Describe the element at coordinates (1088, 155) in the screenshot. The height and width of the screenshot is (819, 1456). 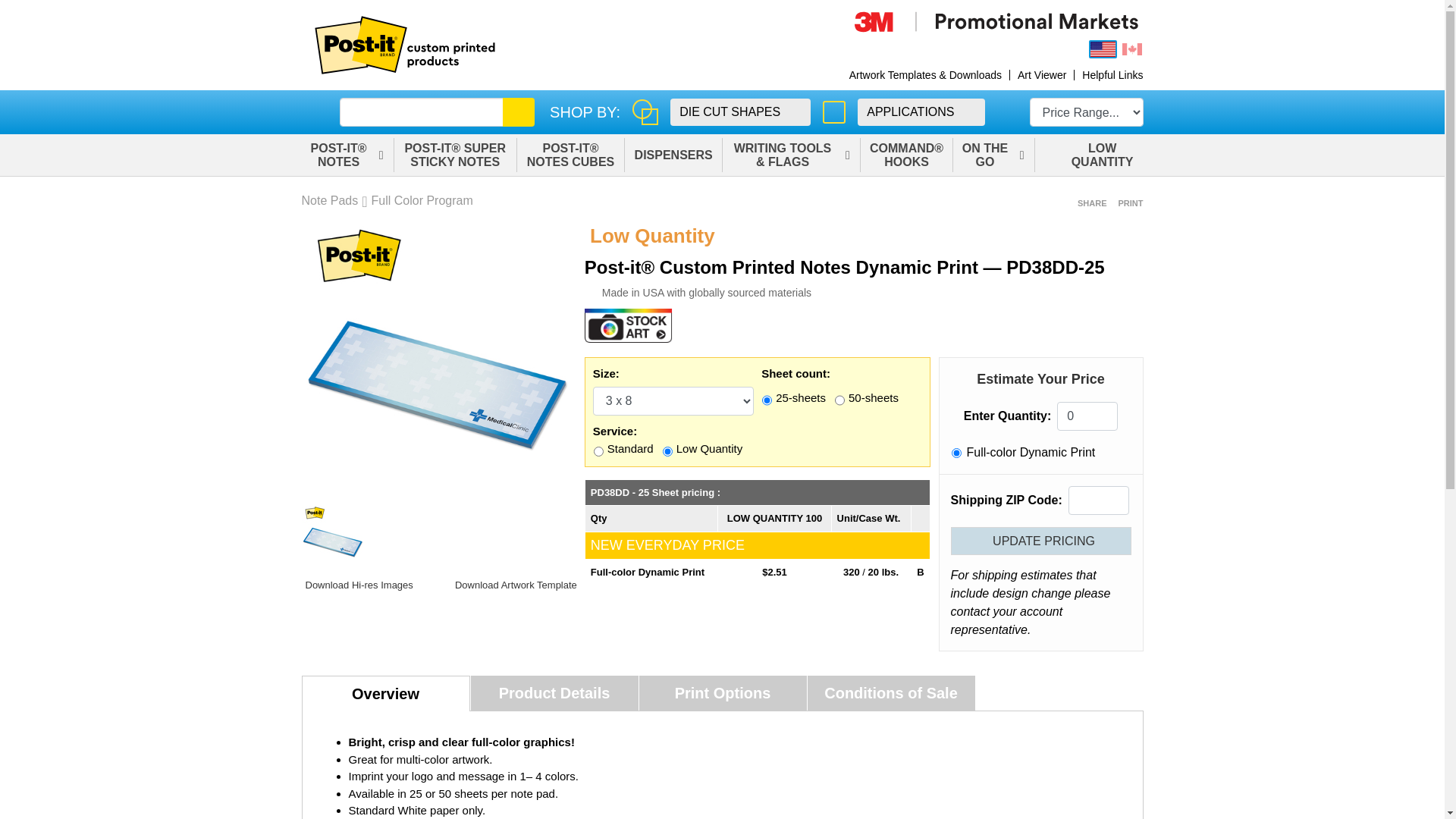
I see `'LOW` at that location.